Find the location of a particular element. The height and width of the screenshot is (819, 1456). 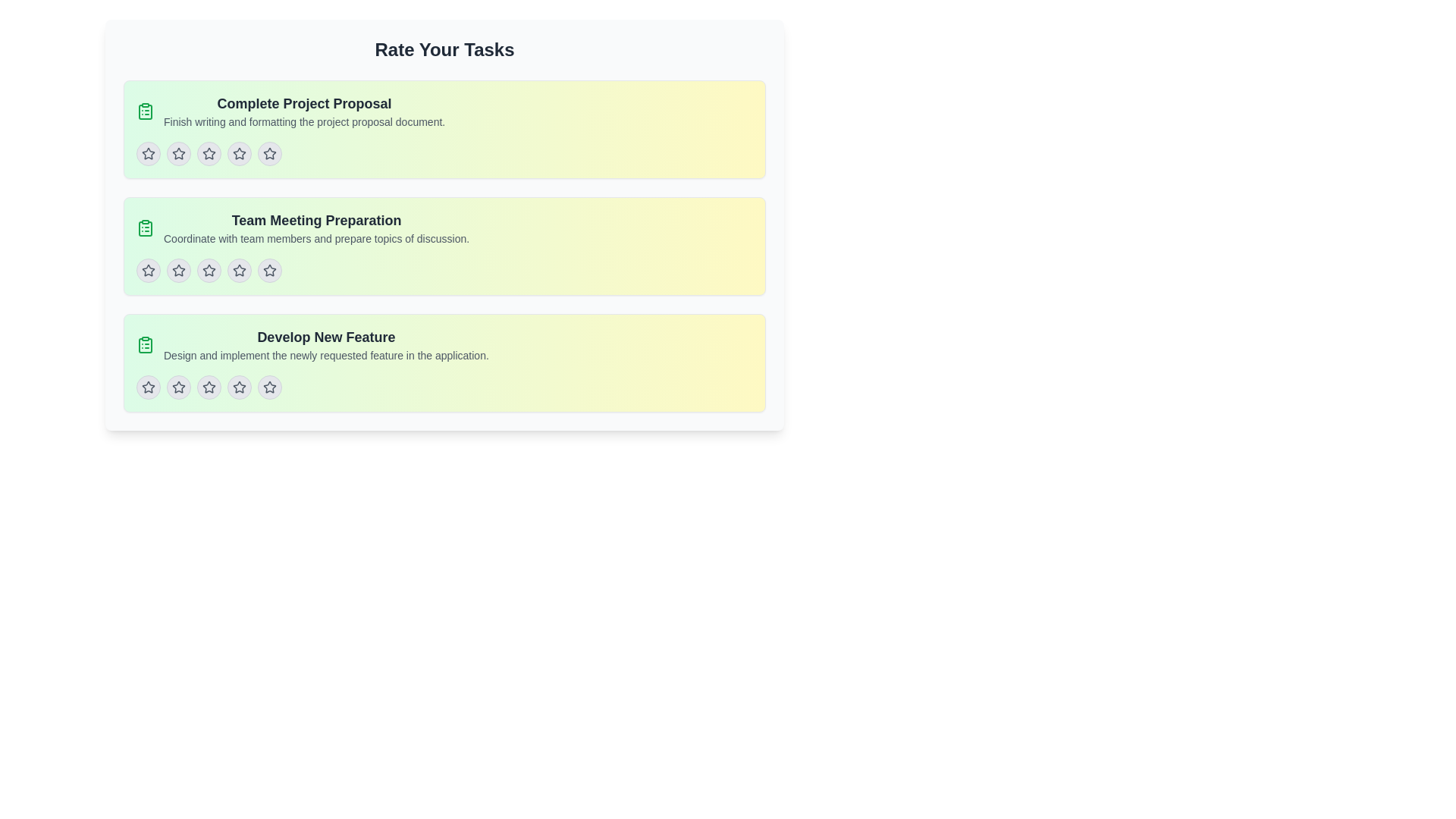

the first star rating button located under the 'Develop New Feature' section in the bottommost task card to rate it is located at coordinates (149, 386).